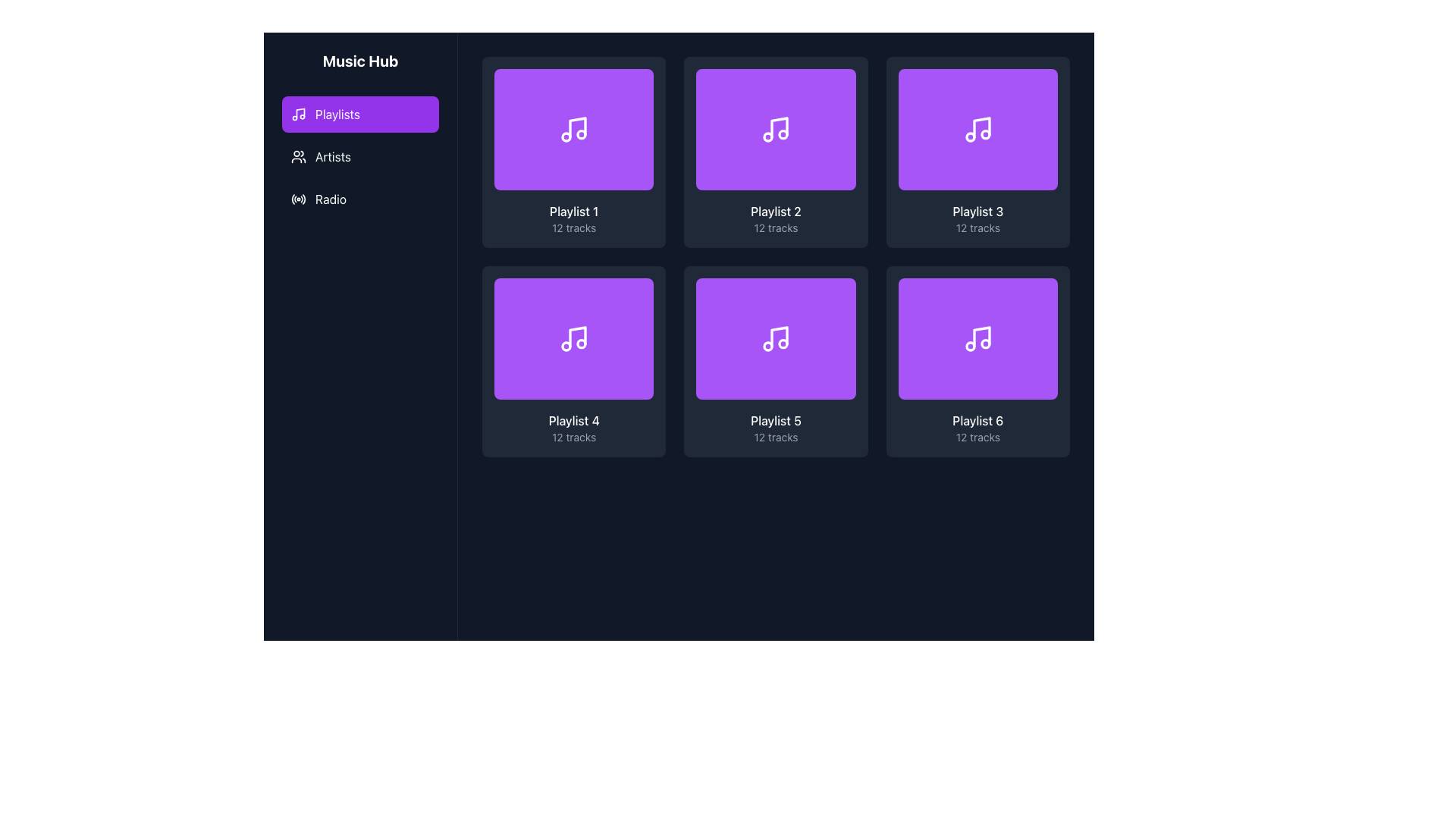 Image resolution: width=1456 pixels, height=819 pixels. I want to click on the text label displaying '12 tracks', which is located beneath the bold 'Playlist 1' title in the first card of the grid layout, so click(573, 227).